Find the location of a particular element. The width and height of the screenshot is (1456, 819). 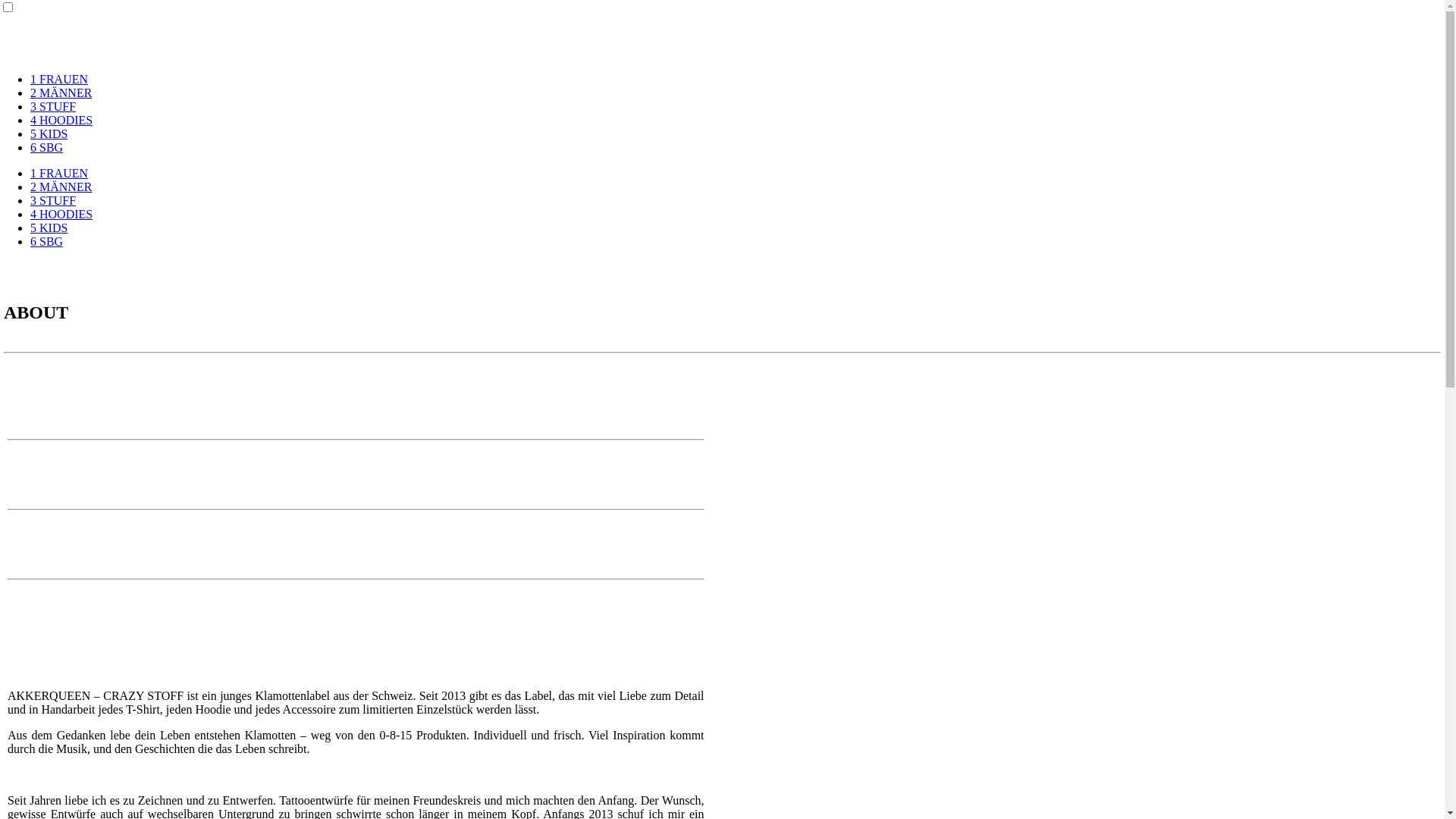

'5 KIDS' is located at coordinates (49, 227).